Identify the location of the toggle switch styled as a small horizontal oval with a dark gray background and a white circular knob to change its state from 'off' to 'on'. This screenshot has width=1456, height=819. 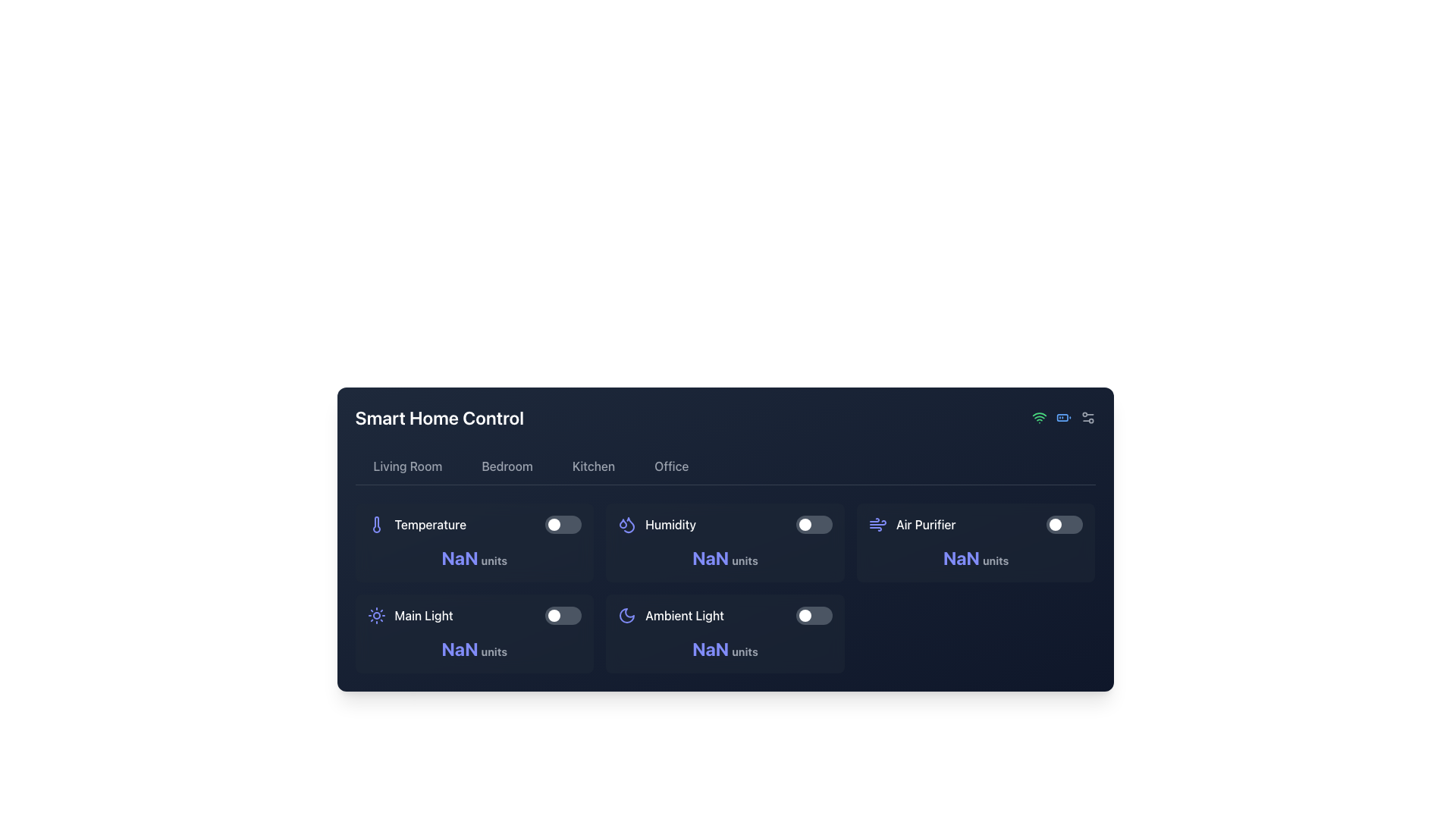
(813, 616).